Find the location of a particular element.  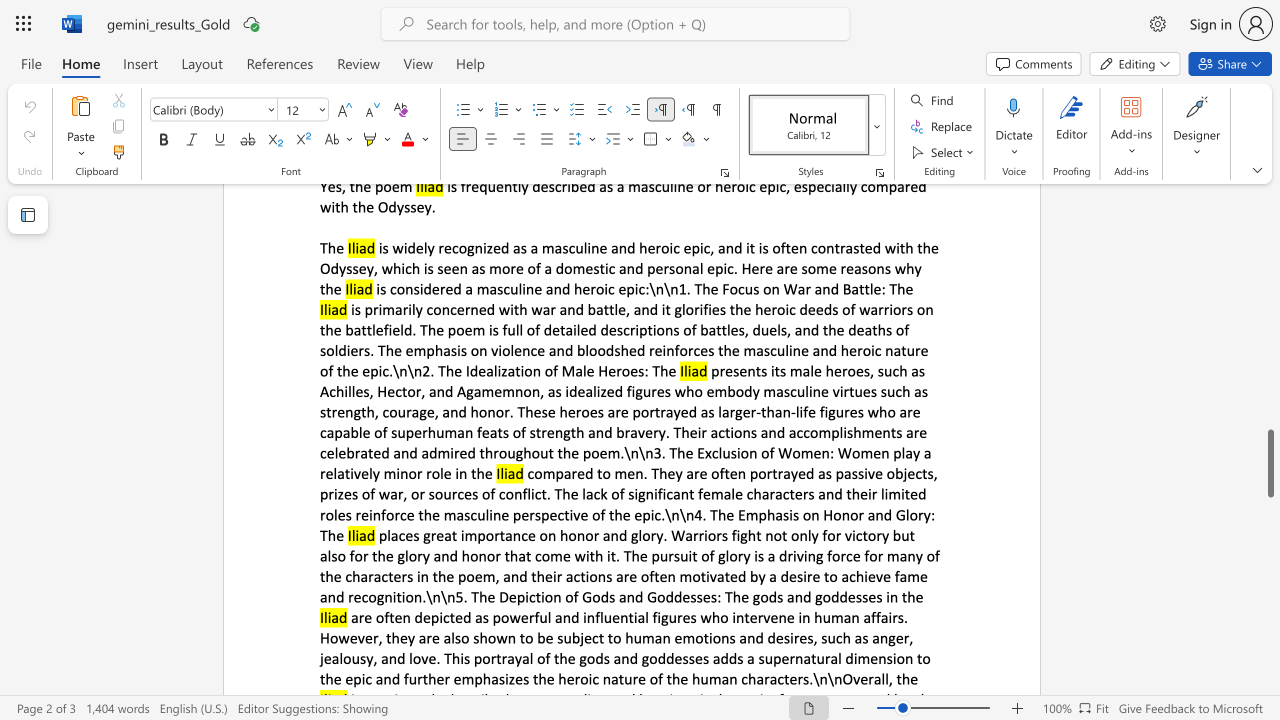

the scrollbar to move the page up is located at coordinates (1269, 270).